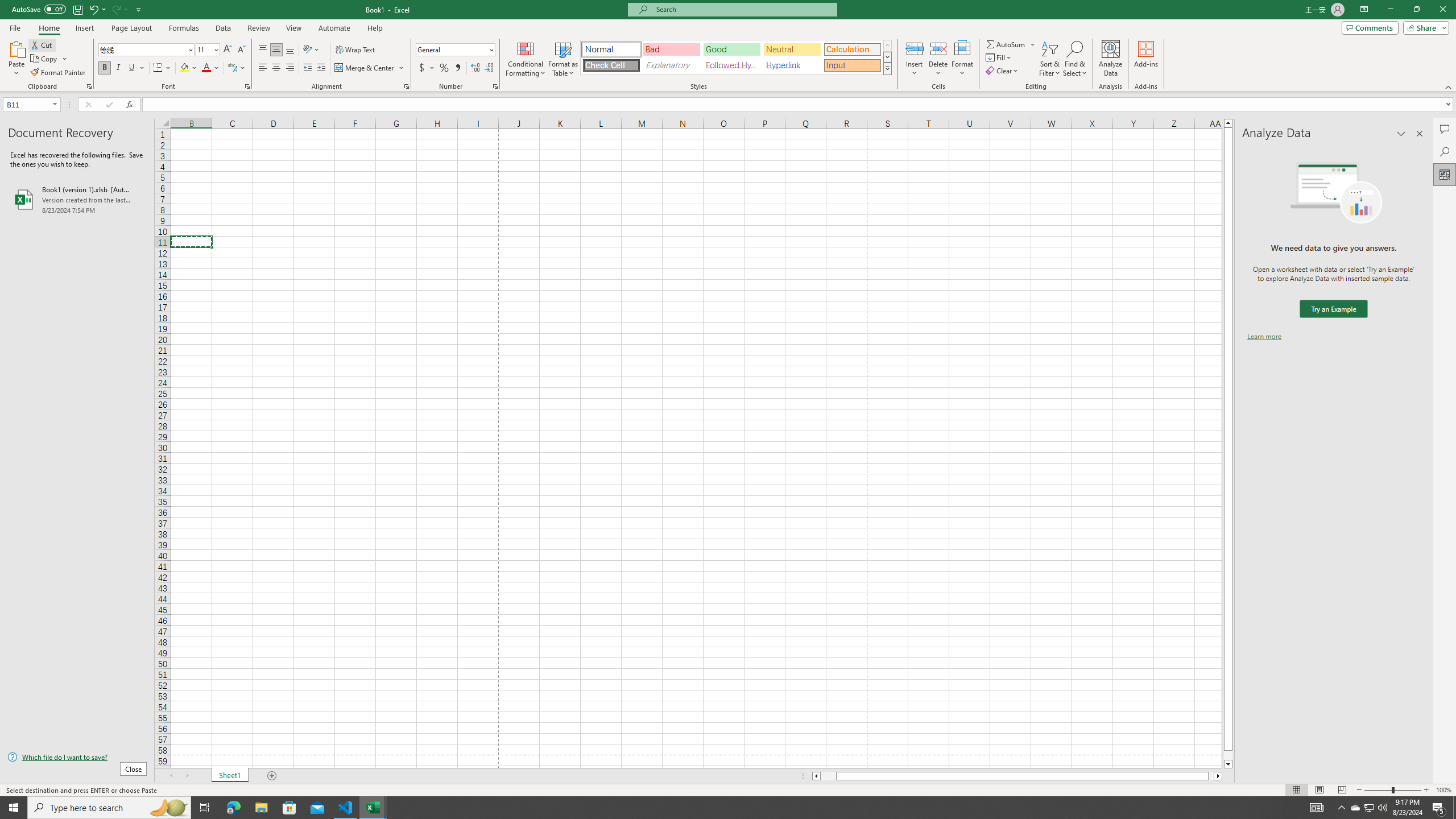  What do you see at coordinates (455, 49) in the screenshot?
I see `'Number Format'` at bounding box center [455, 49].